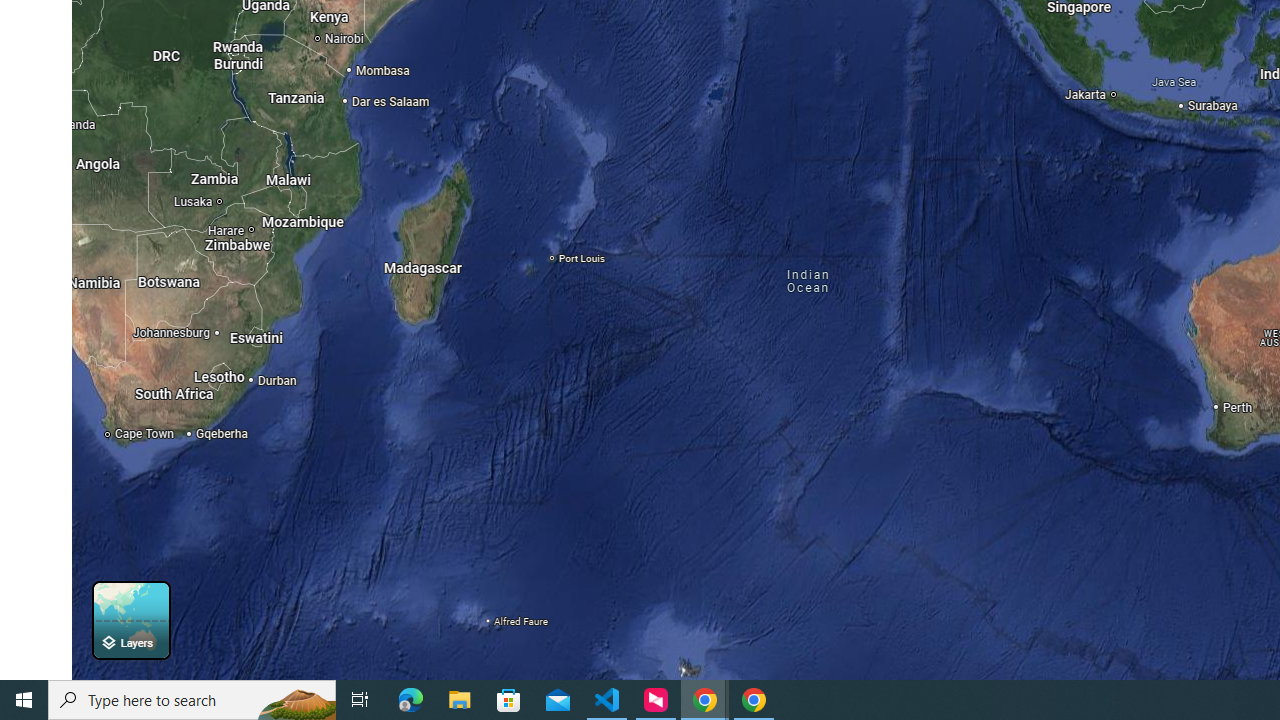 The height and width of the screenshot is (720, 1280). I want to click on 'Layers', so click(130, 619).